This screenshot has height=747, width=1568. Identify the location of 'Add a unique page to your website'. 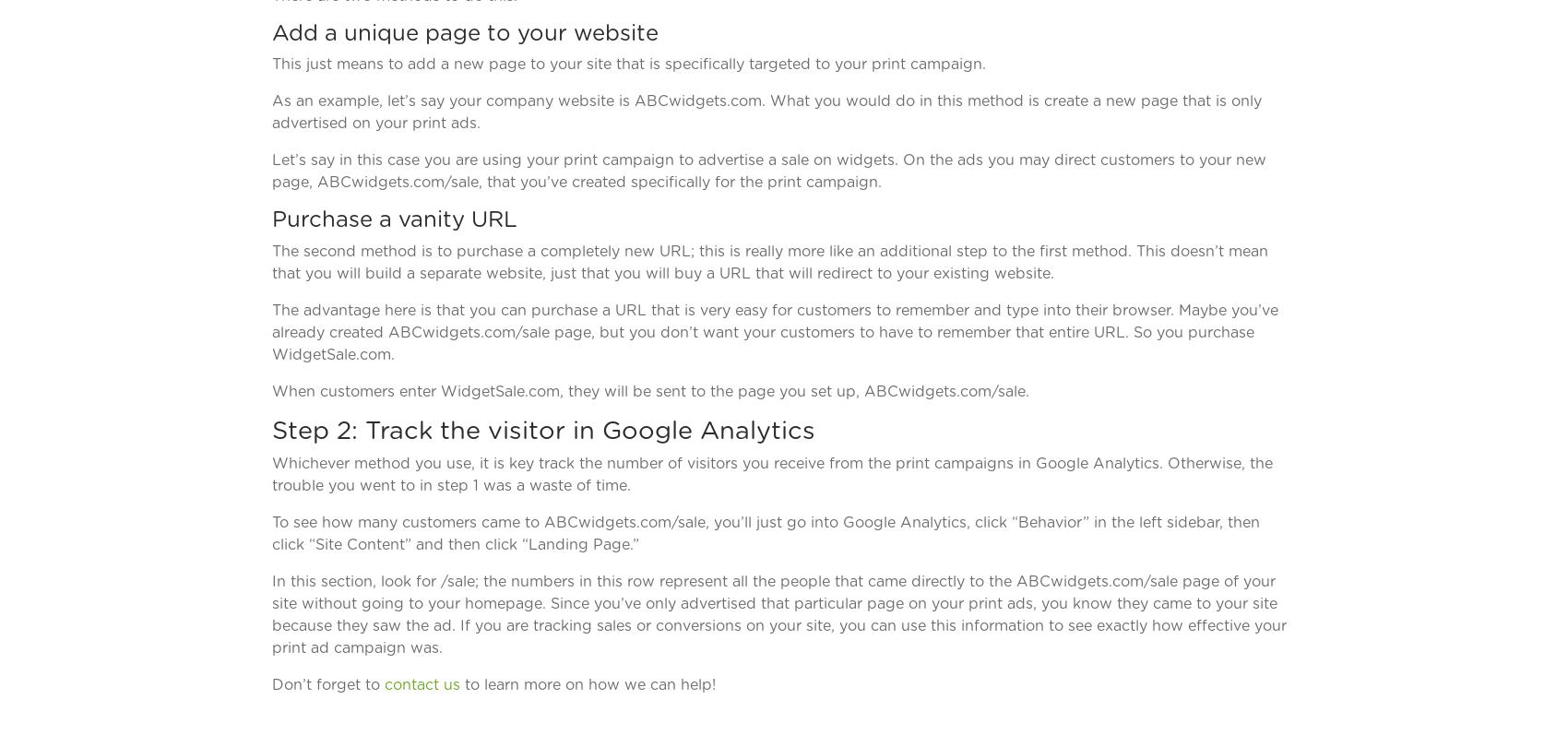
(271, 32).